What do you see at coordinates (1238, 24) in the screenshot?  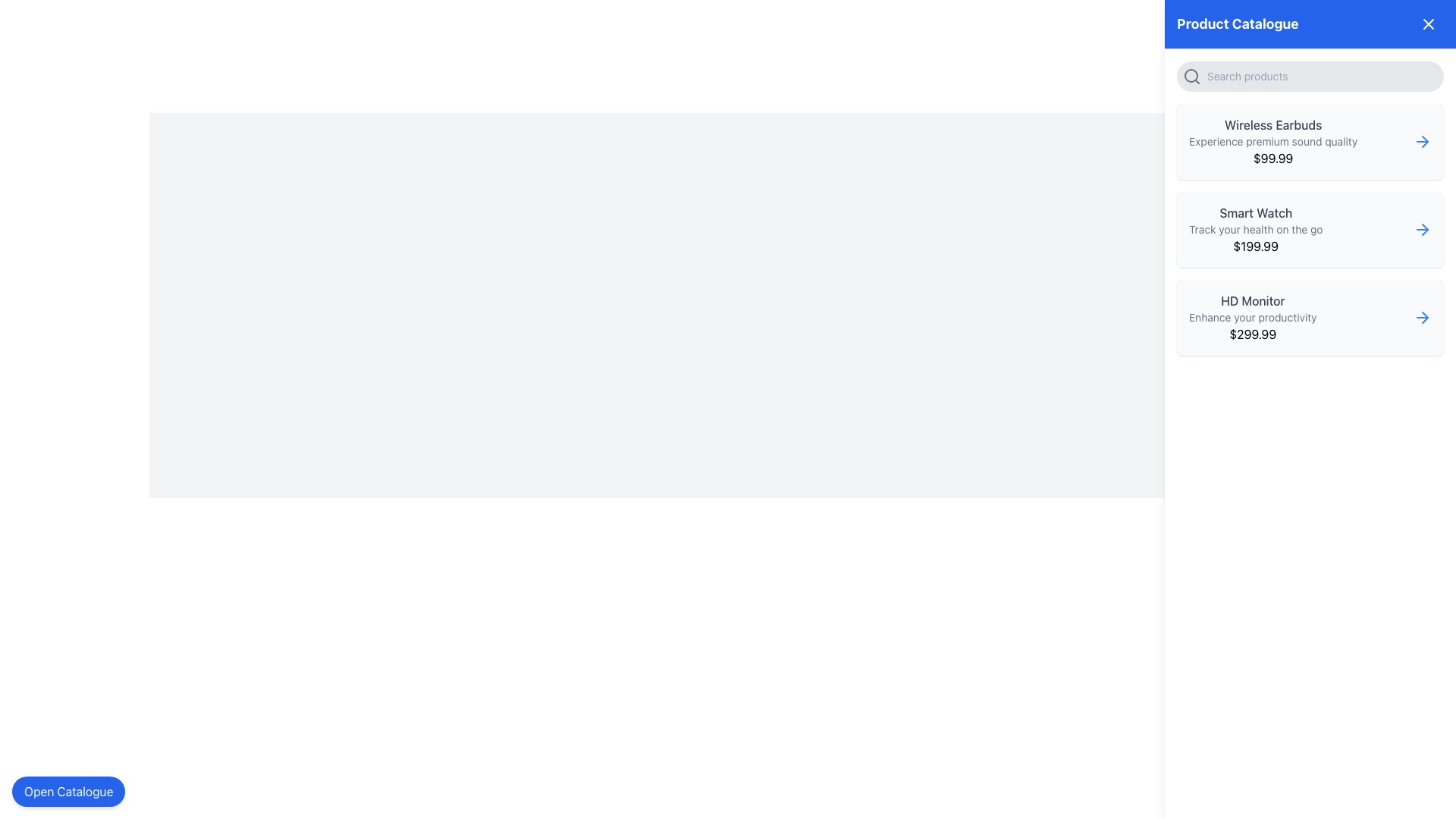 I see `the prominently styled text header that reads 'Product Catalogue', which is bold and white on a blue background, located at the left side of the header section in the right-side panel` at bounding box center [1238, 24].